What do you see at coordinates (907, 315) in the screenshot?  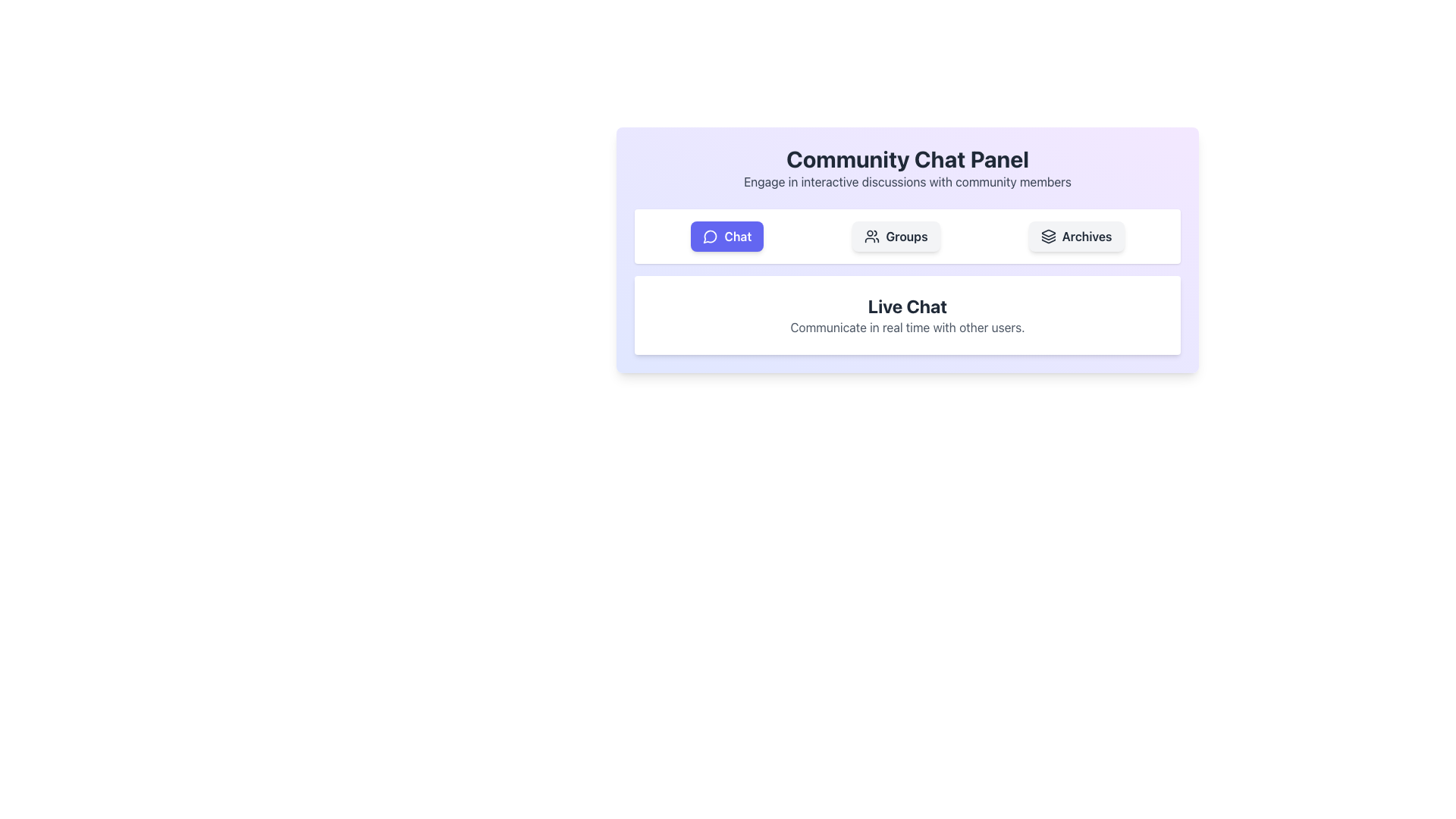 I see `the 'Live Chat' informational card element, which has a white background, rounded corners, and contains the text 'Live Chat' in bold dark gray and 'Communicate in real time with other users.' in lighter gray` at bounding box center [907, 315].